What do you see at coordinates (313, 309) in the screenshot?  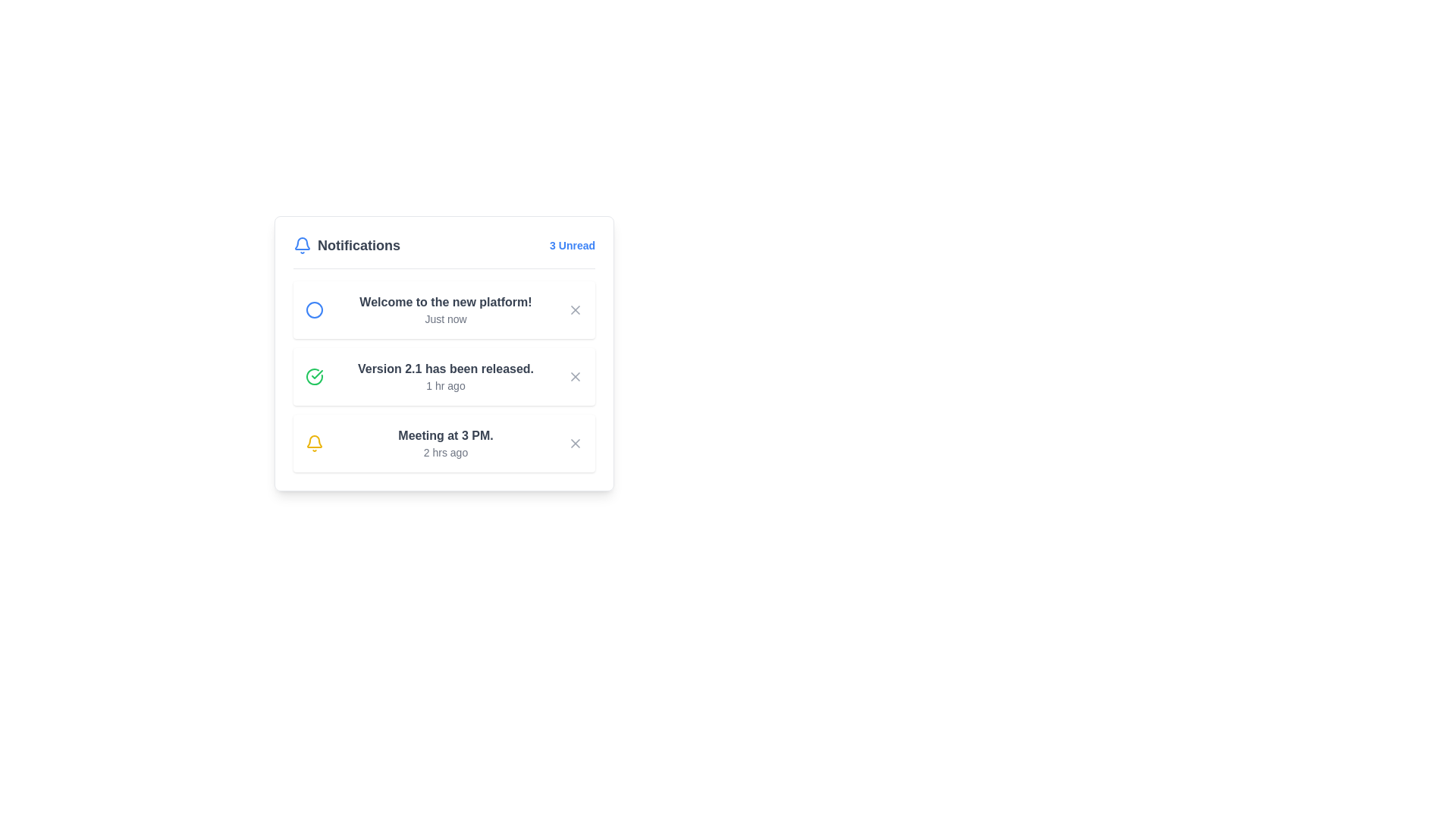 I see `the circular icon that serves as a visual indicator for the notification message 'Welcome to the new platform!' positioned on the left side of the notification box` at bounding box center [313, 309].